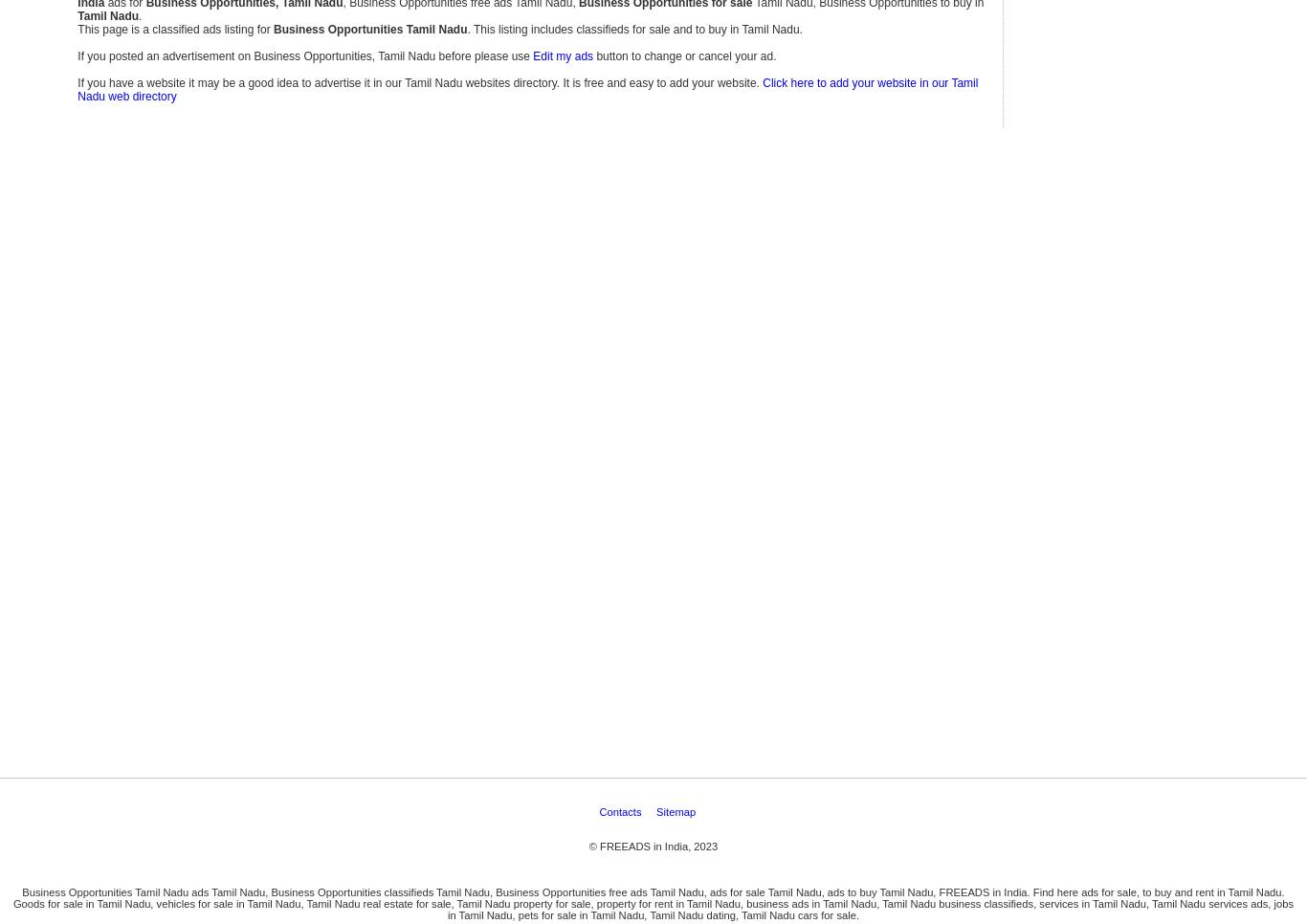 This screenshot has width=1307, height=924. I want to click on 'Contacts', so click(620, 238).